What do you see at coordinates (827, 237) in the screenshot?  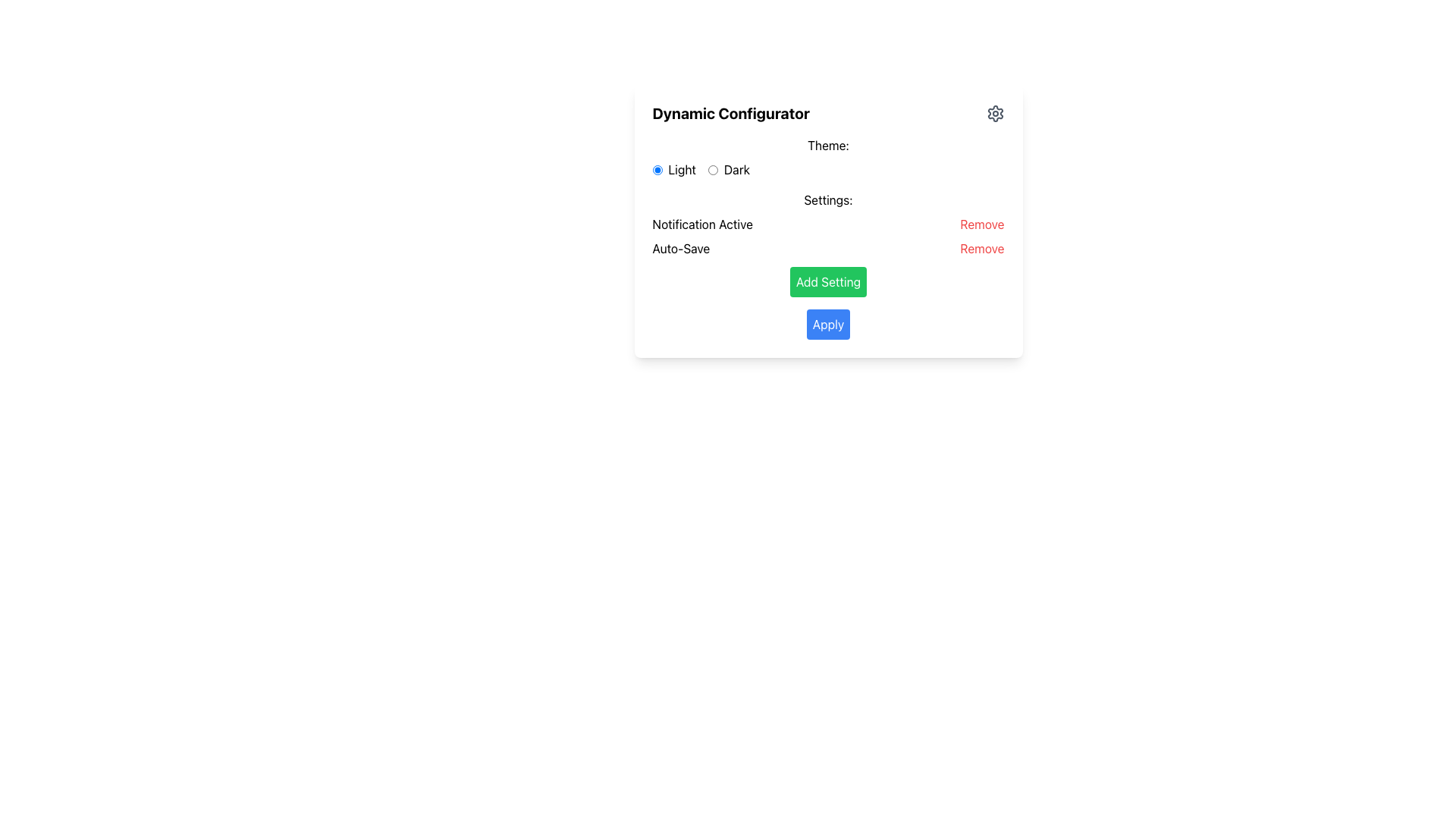 I see `the red 'Remove' link in the first row of the structured list item labeled 'Notification Active'` at bounding box center [827, 237].